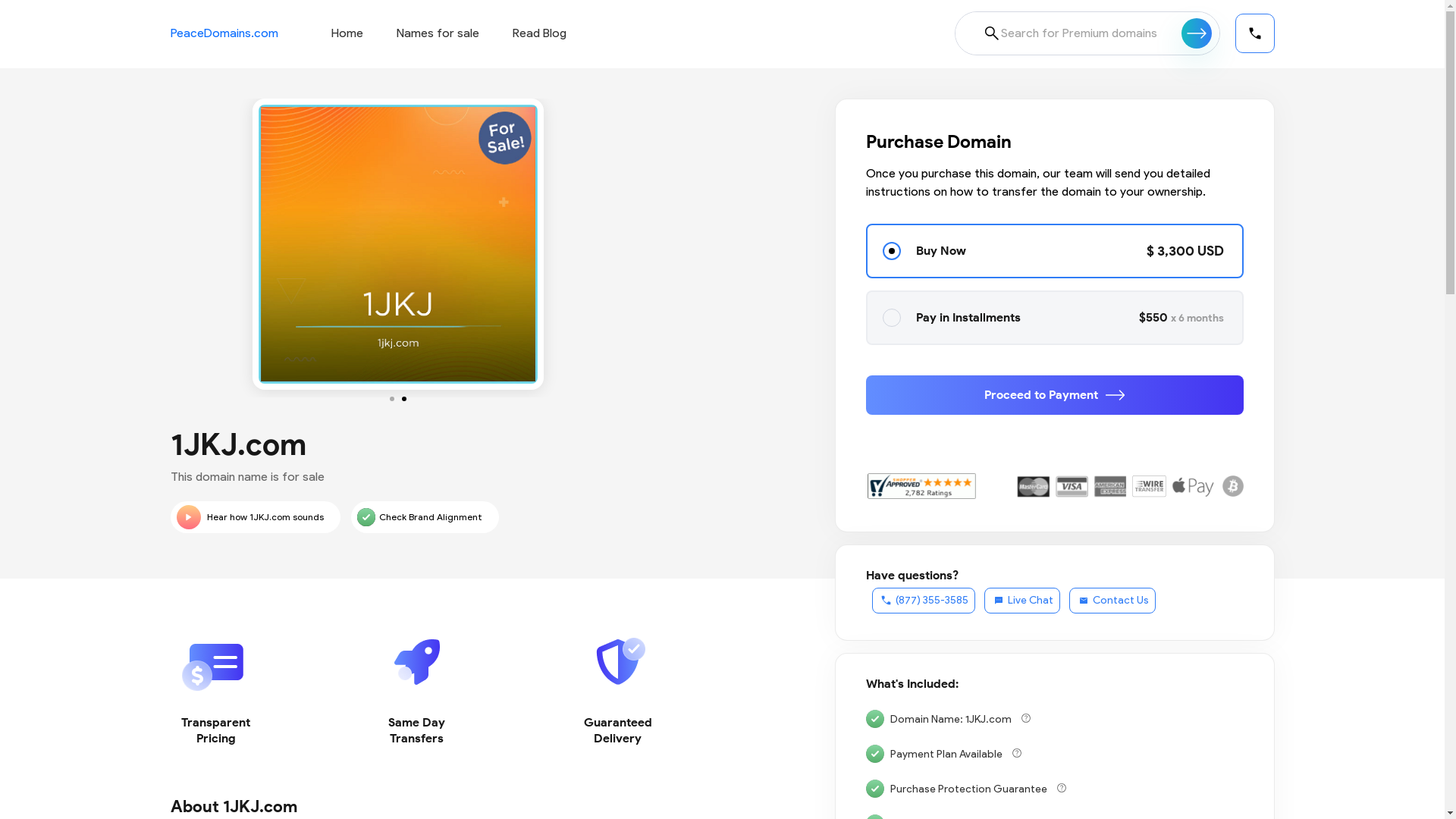 The image size is (1456, 819). Describe the element at coordinates (222, 33) in the screenshot. I see `'PeaceDomains.com'` at that location.